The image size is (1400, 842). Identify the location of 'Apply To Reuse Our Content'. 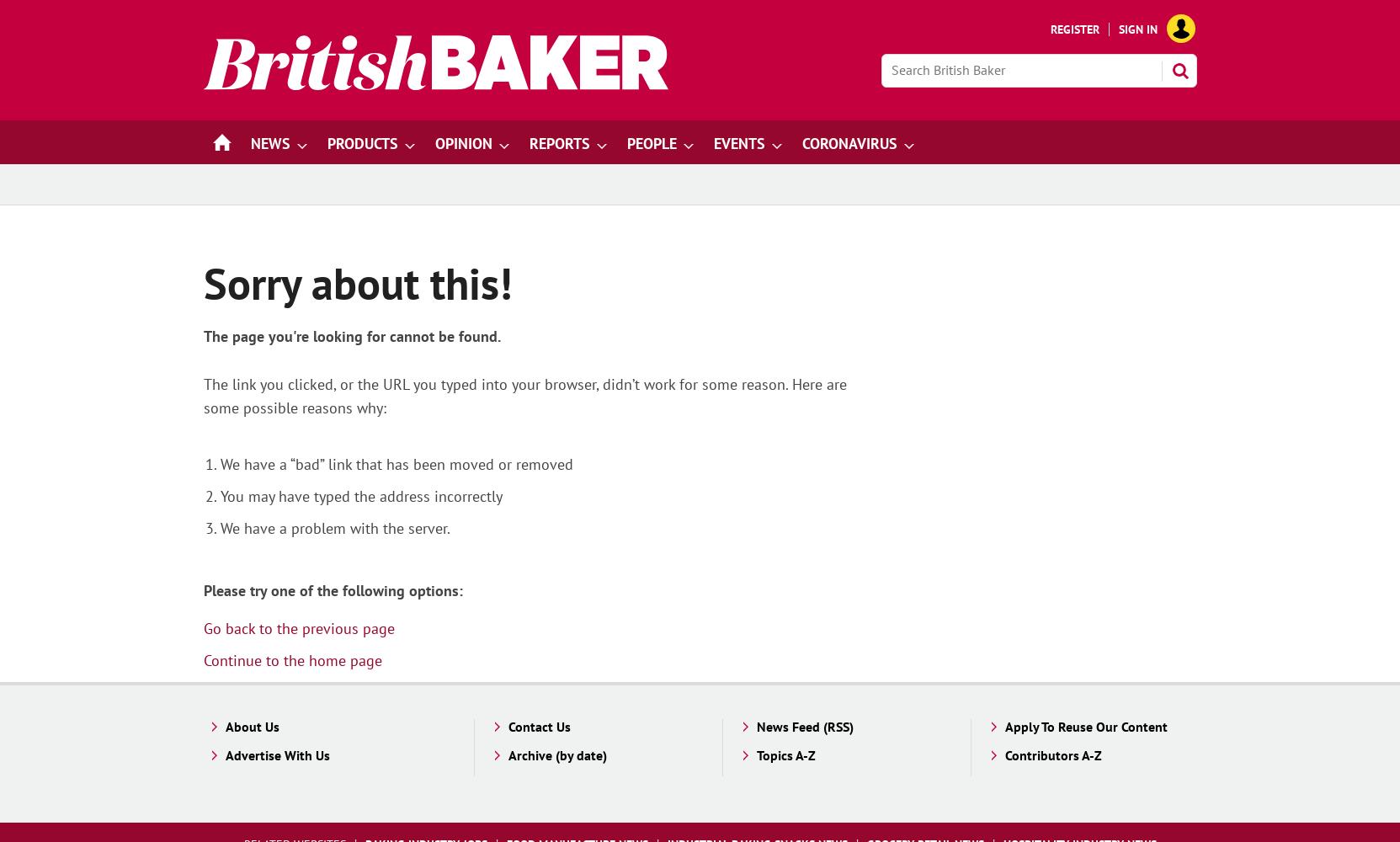
(1086, 726).